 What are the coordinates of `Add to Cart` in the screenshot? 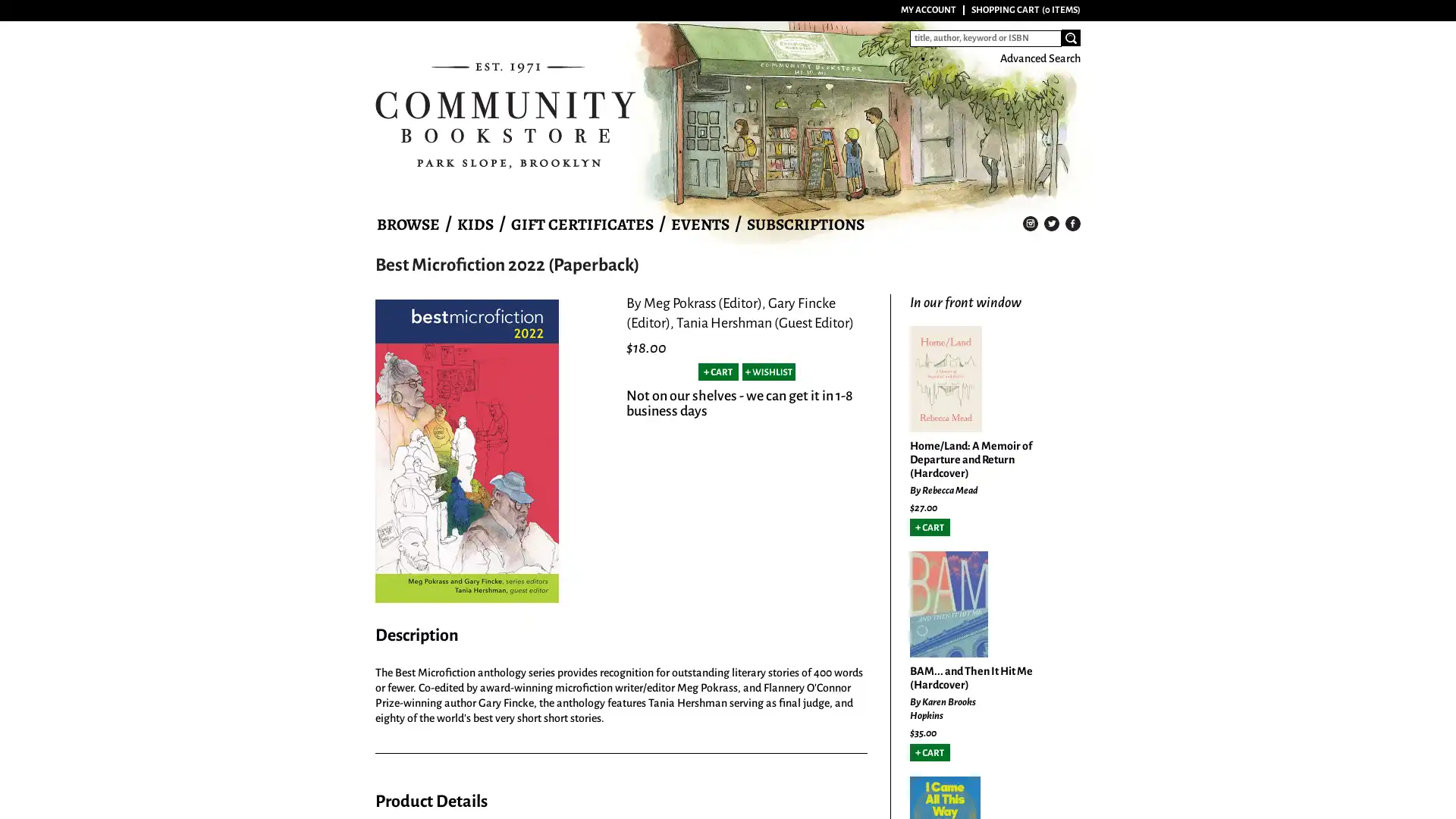 It's located at (717, 372).